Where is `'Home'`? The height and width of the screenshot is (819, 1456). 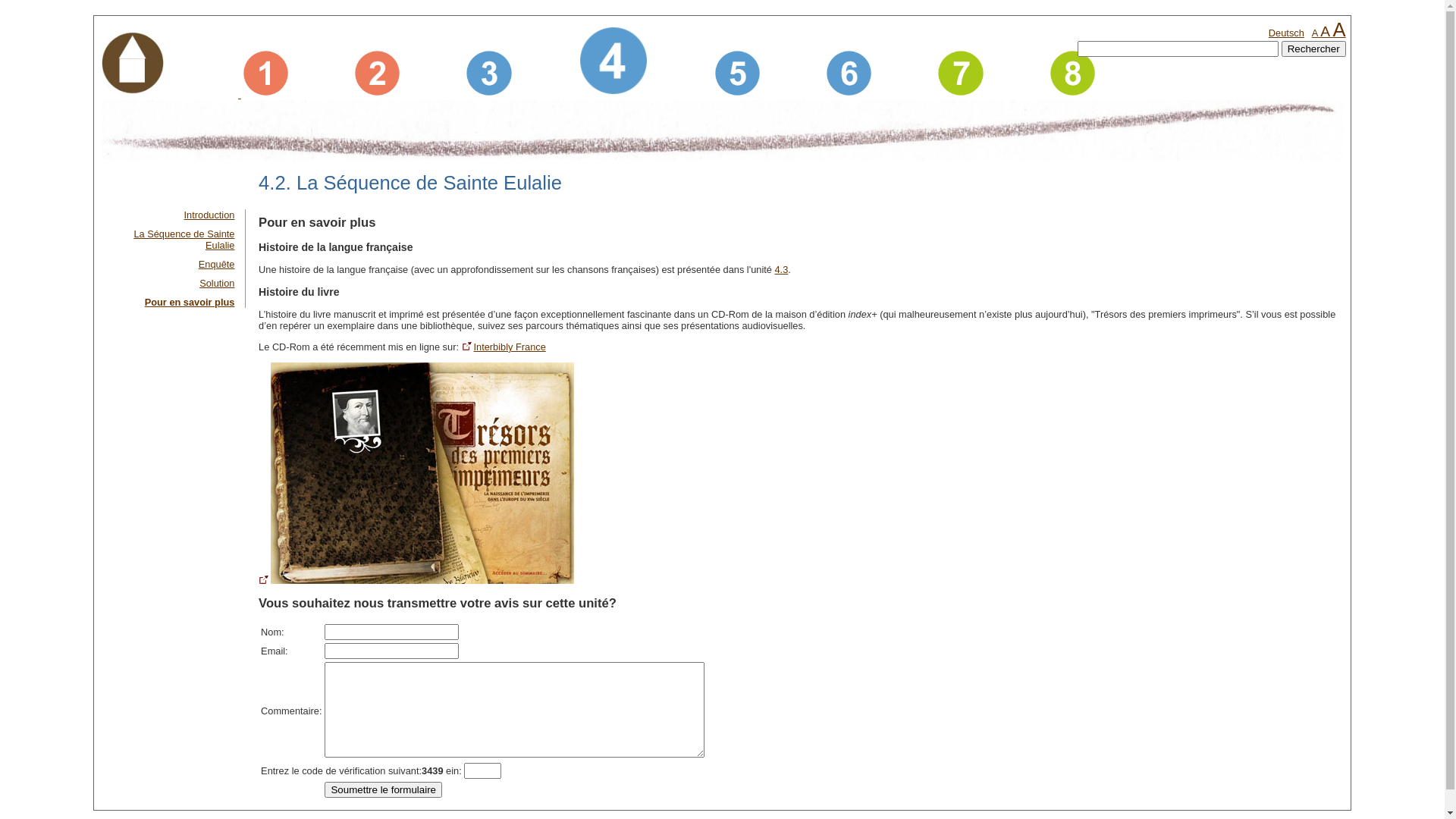
'Home' is located at coordinates (132, 64).